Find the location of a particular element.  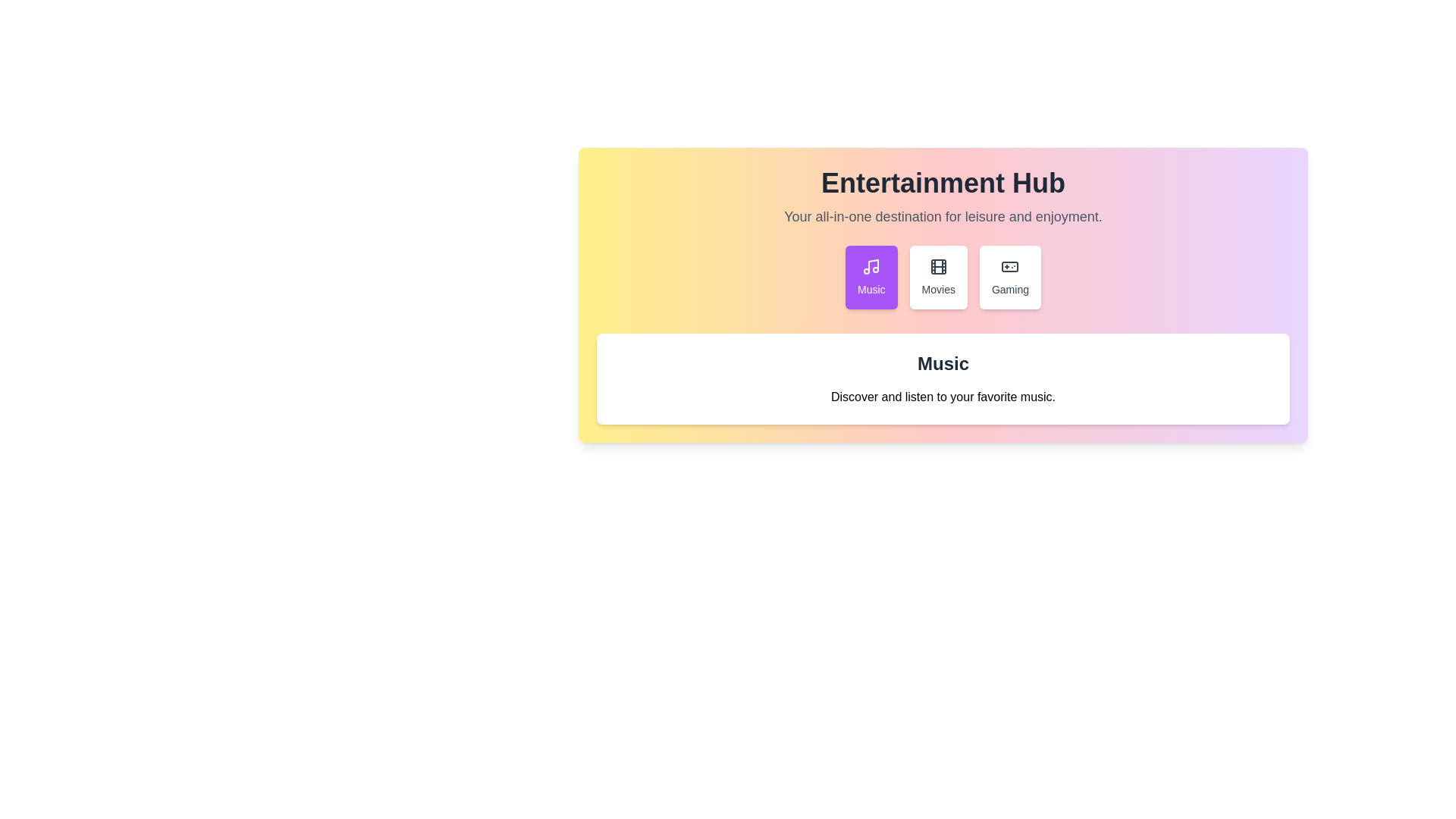

the 'Movies' category card in the entertainment hub is located at coordinates (937, 278).